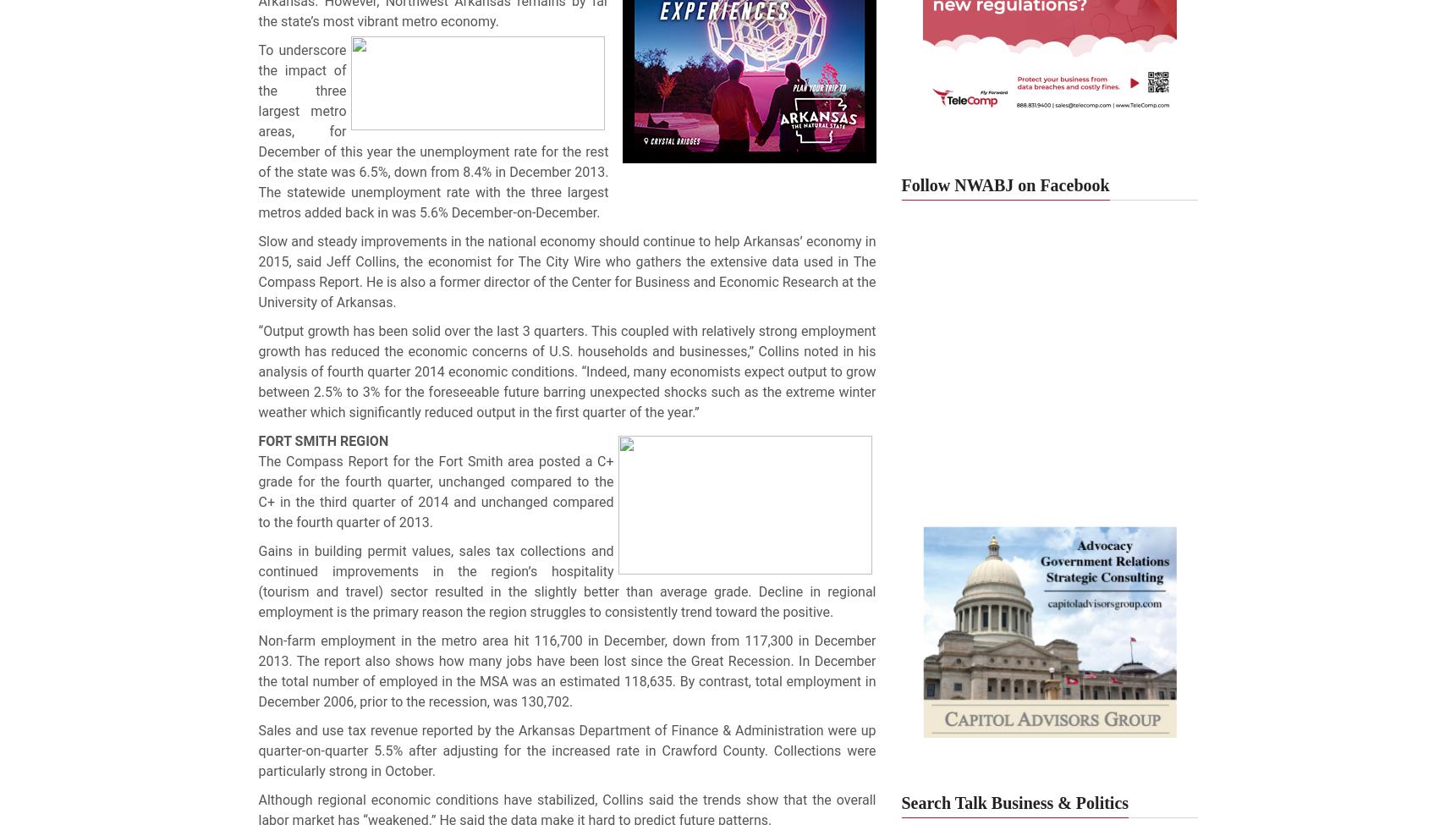  What do you see at coordinates (565, 371) in the screenshot?
I see `'“Output growth has been solid over the last 3 quarters. This coupled with relatively strong employment growth has reduced the economic concerns of U.S. households and businesses,” Collins noted in his analysis of fourth quarter 2014 economic conditions. “Indeed, many economists expect output to grow between 2.5% to 3% for the foreseeable future barring unexpected shocks such as the extreme winter weather which significantly reduced output in the first quarter of the year.”'` at bounding box center [565, 371].